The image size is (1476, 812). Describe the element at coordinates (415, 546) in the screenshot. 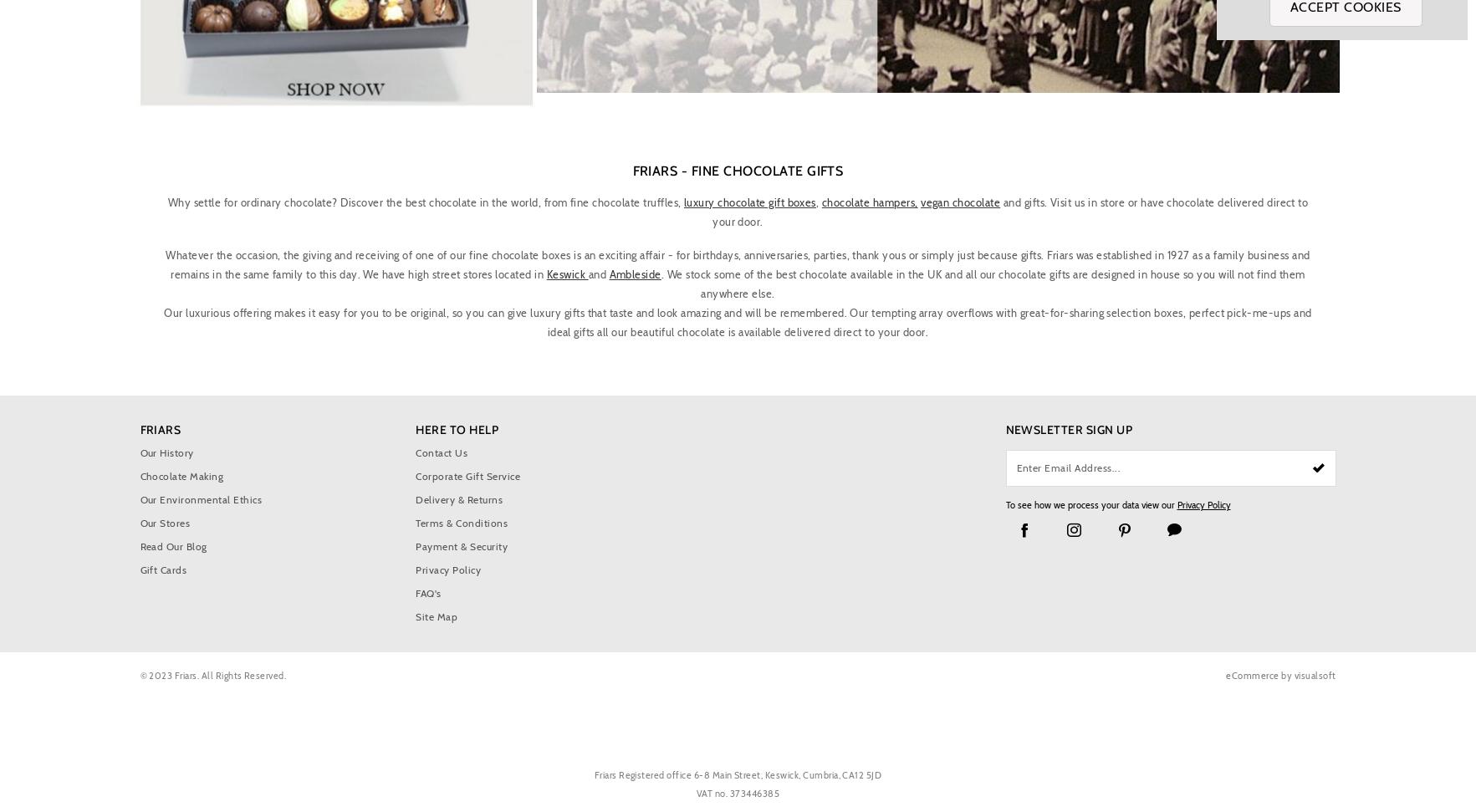

I see `'Payment & Security'` at that location.